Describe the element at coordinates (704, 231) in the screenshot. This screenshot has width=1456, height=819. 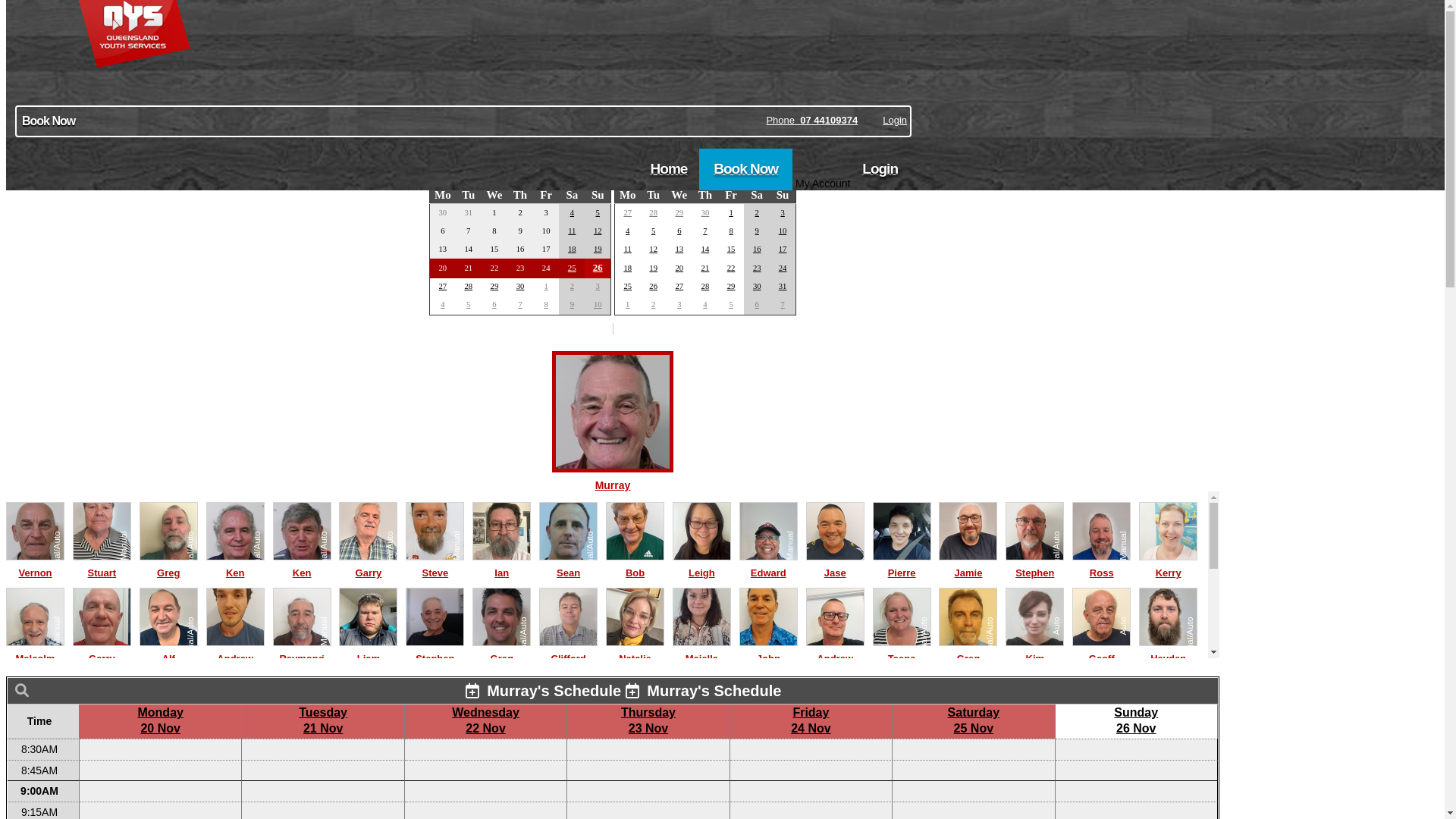
I see `'7'` at that location.